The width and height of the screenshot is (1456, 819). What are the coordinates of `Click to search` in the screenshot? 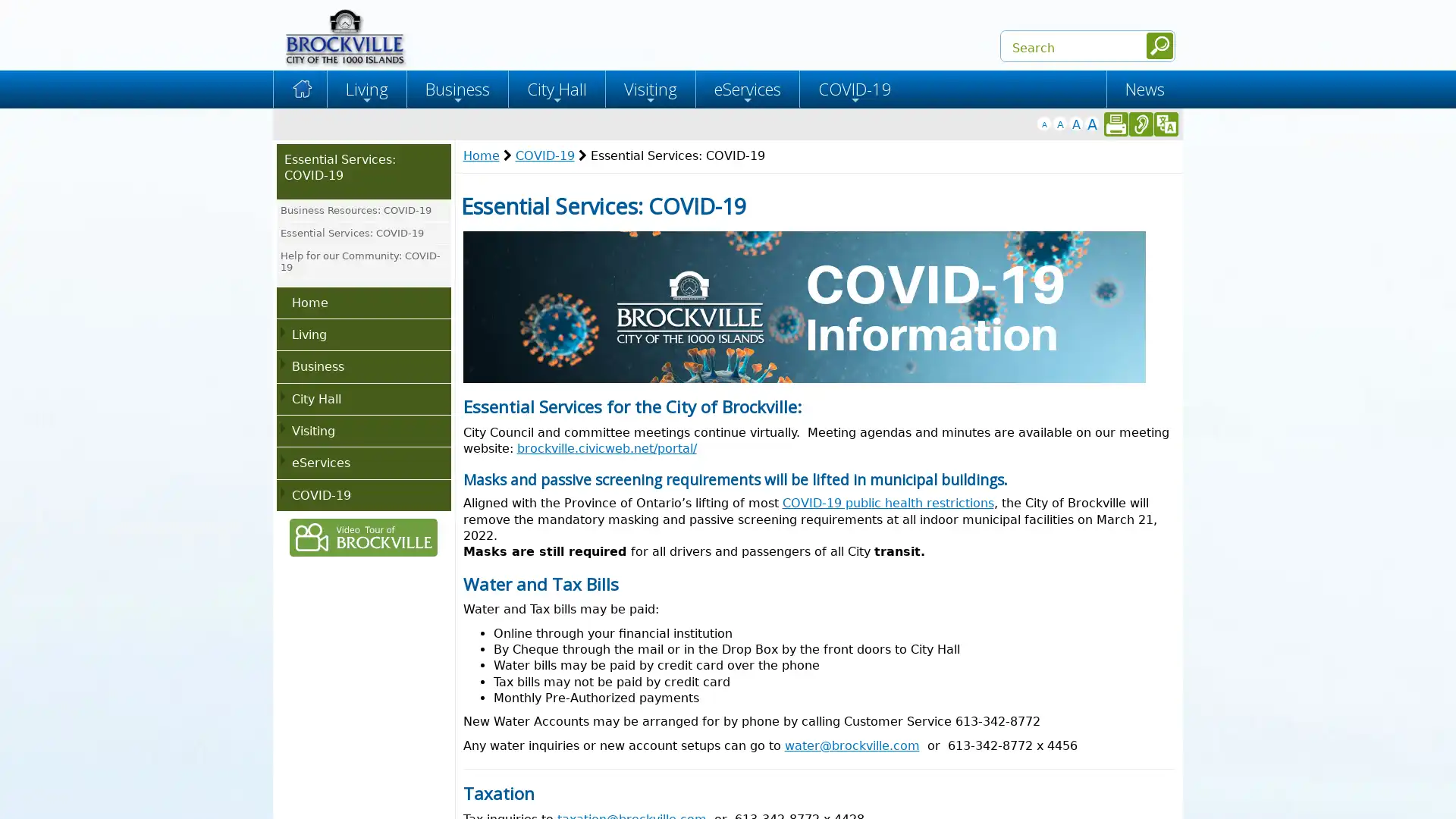 It's located at (1159, 45).